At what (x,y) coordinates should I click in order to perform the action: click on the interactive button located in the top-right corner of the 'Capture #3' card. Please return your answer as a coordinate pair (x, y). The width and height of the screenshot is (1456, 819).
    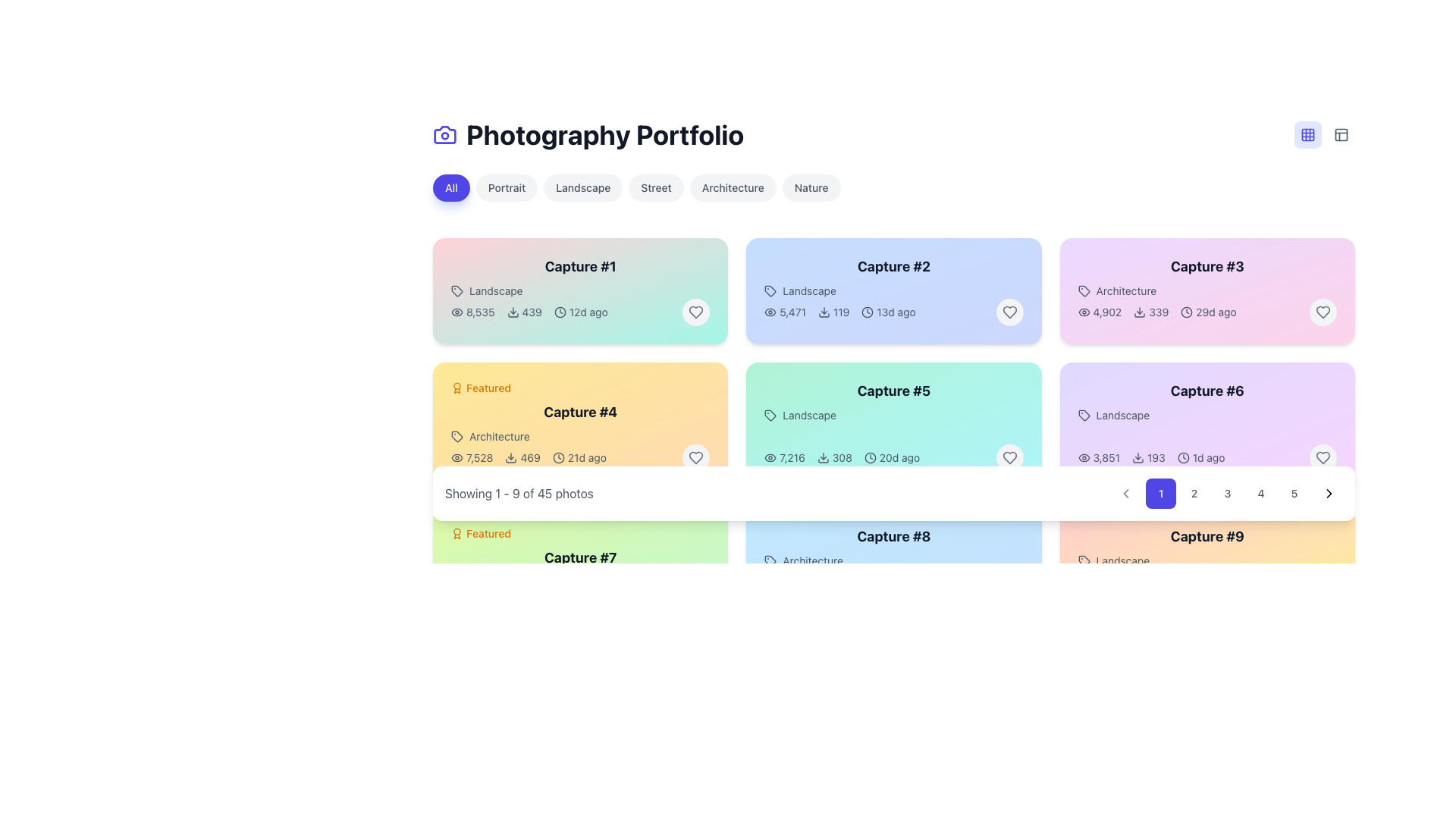
    Looking at the image, I should click on (1328, 262).